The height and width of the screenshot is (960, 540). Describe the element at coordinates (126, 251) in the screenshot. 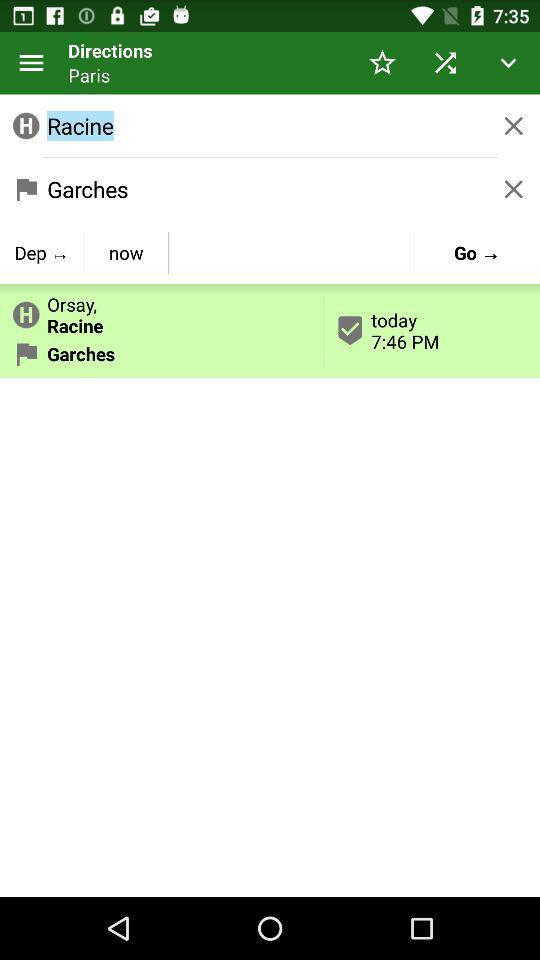

I see `the button to the left of today 7 46 icon` at that location.